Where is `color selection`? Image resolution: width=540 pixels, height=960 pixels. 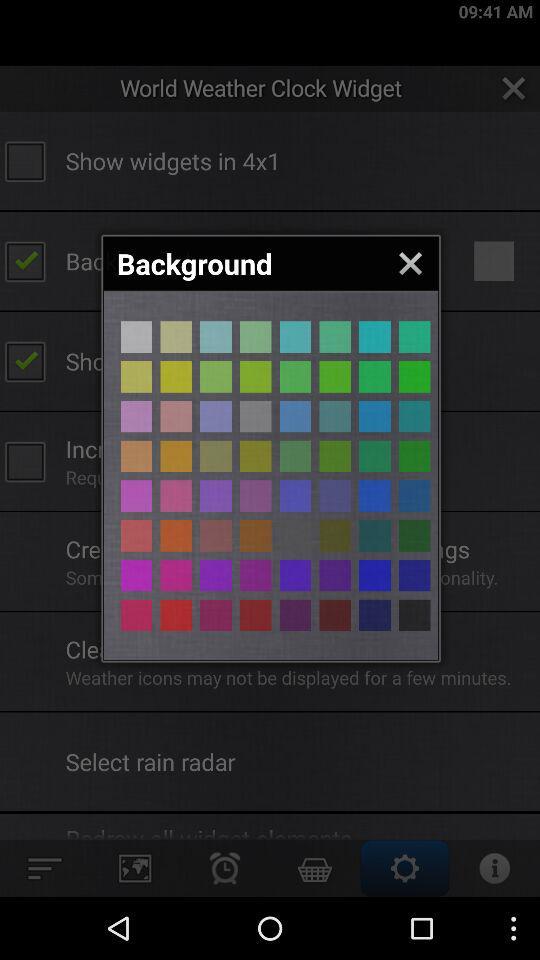 color selection is located at coordinates (176, 375).